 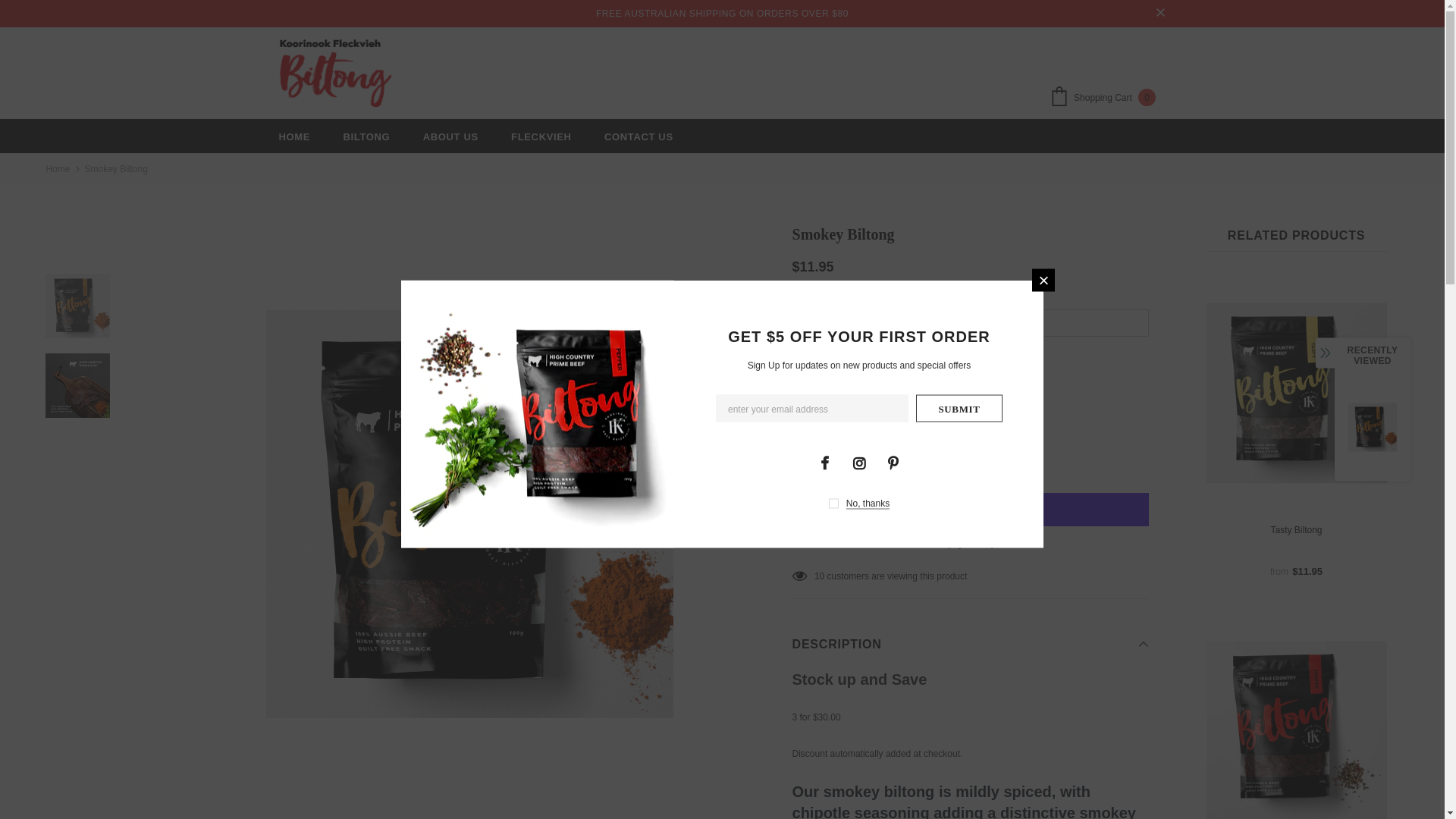 What do you see at coordinates (334, 73) in the screenshot?
I see `'Logo'` at bounding box center [334, 73].